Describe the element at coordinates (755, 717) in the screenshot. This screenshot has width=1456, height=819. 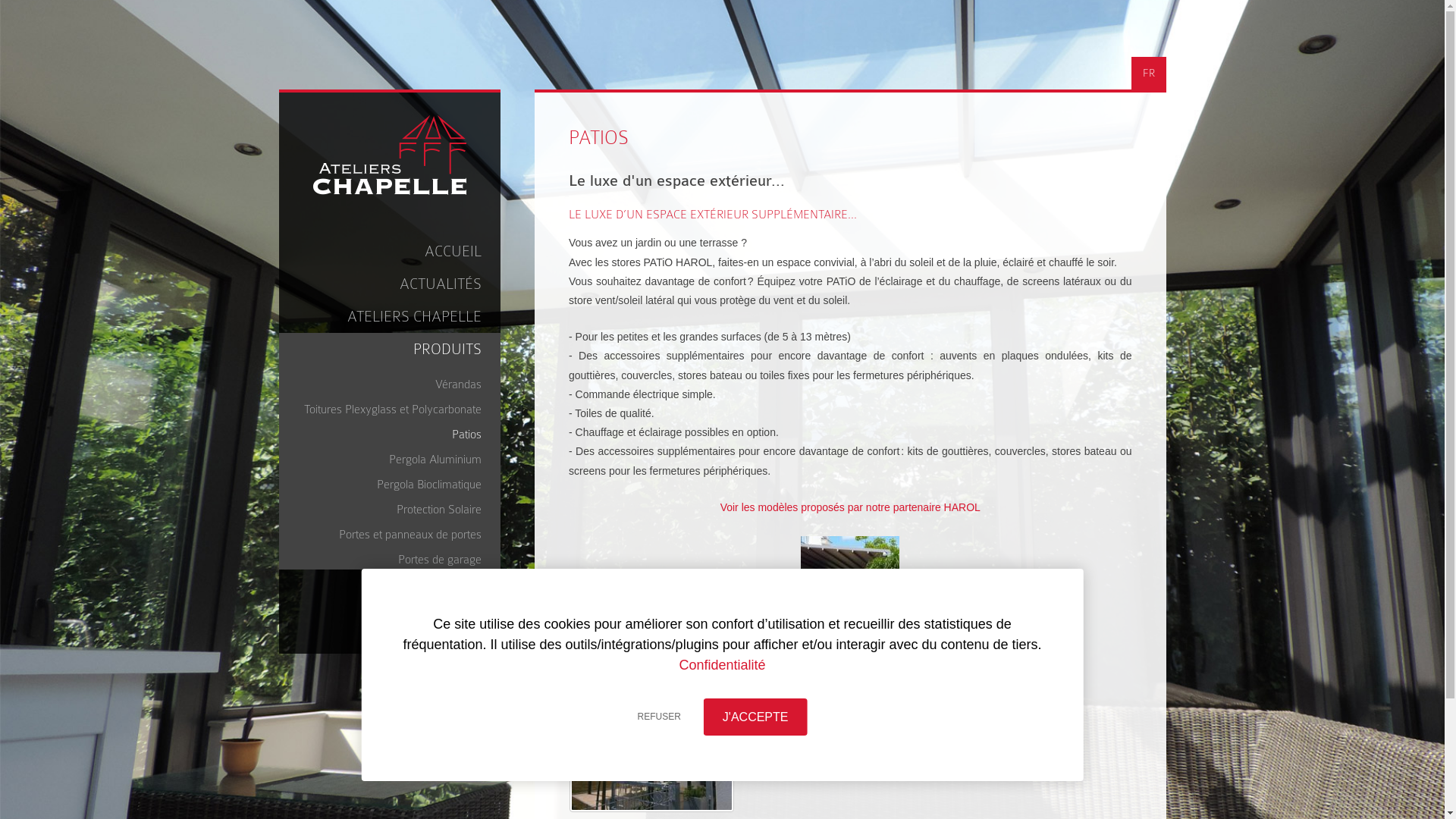
I see `'J'ACCEPTE'` at that location.